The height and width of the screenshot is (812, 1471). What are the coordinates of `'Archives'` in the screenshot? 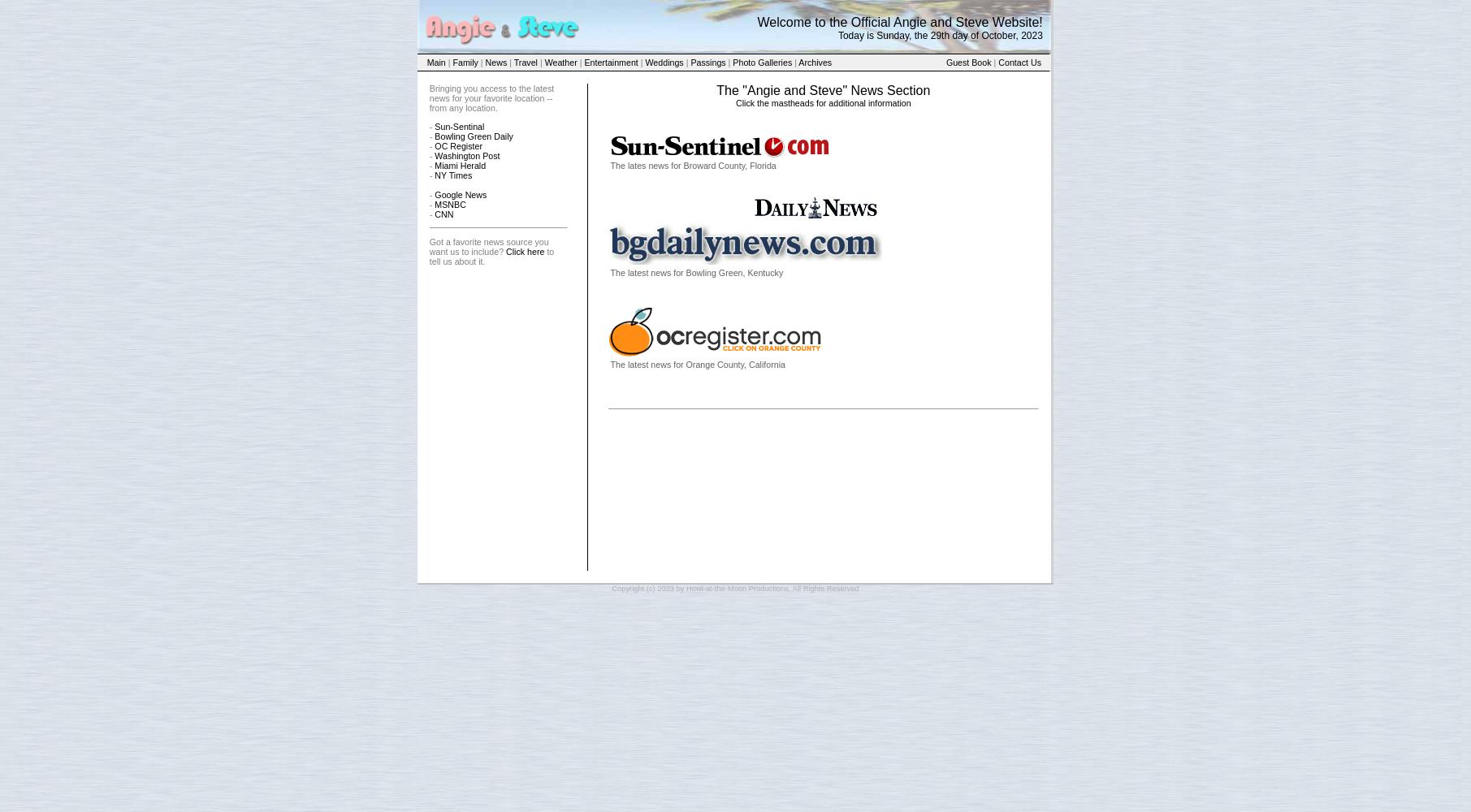 It's located at (814, 62).